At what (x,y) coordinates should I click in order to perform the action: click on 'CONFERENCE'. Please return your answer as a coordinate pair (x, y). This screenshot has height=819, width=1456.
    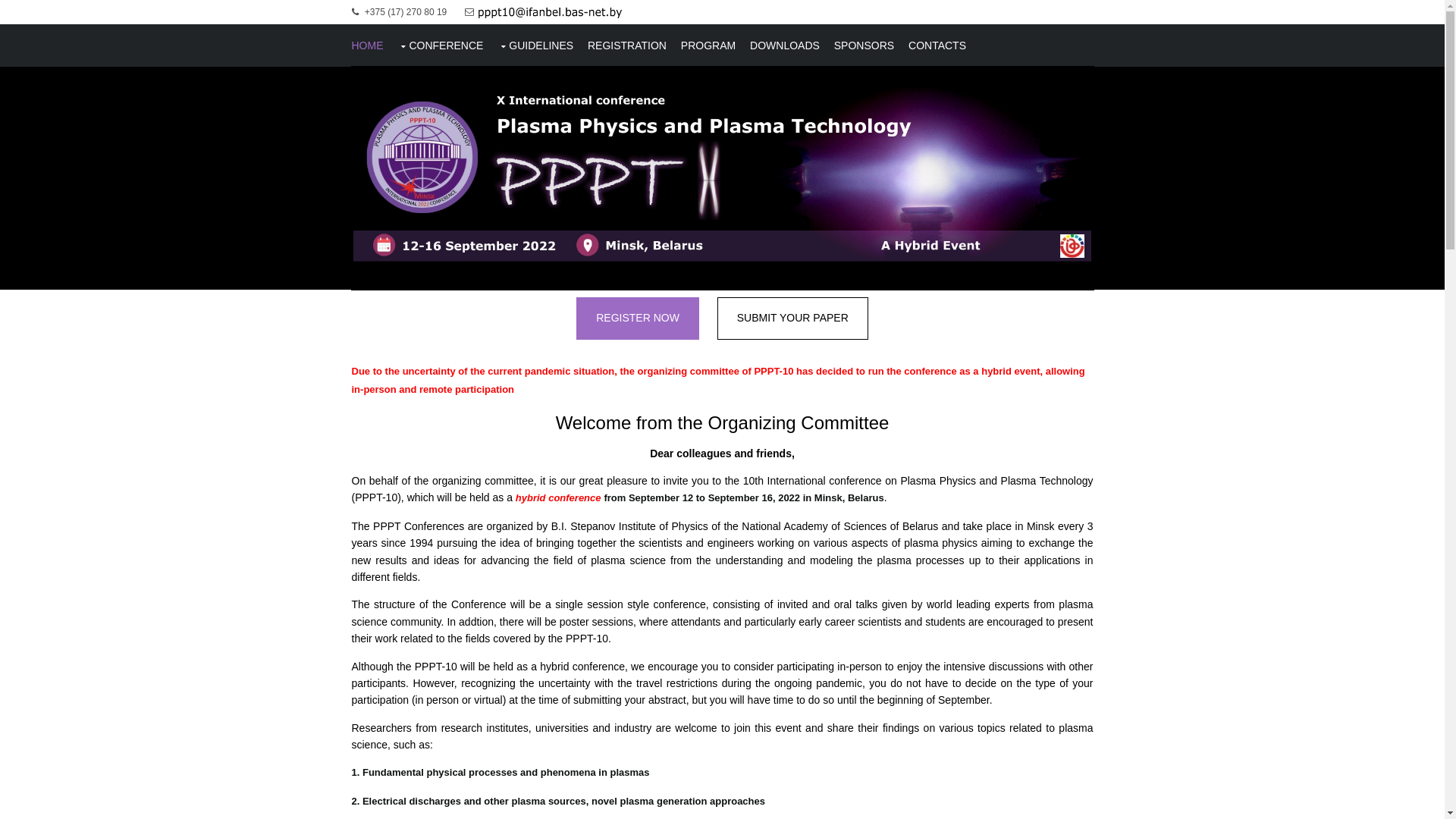
    Looking at the image, I should click on (439, 45).